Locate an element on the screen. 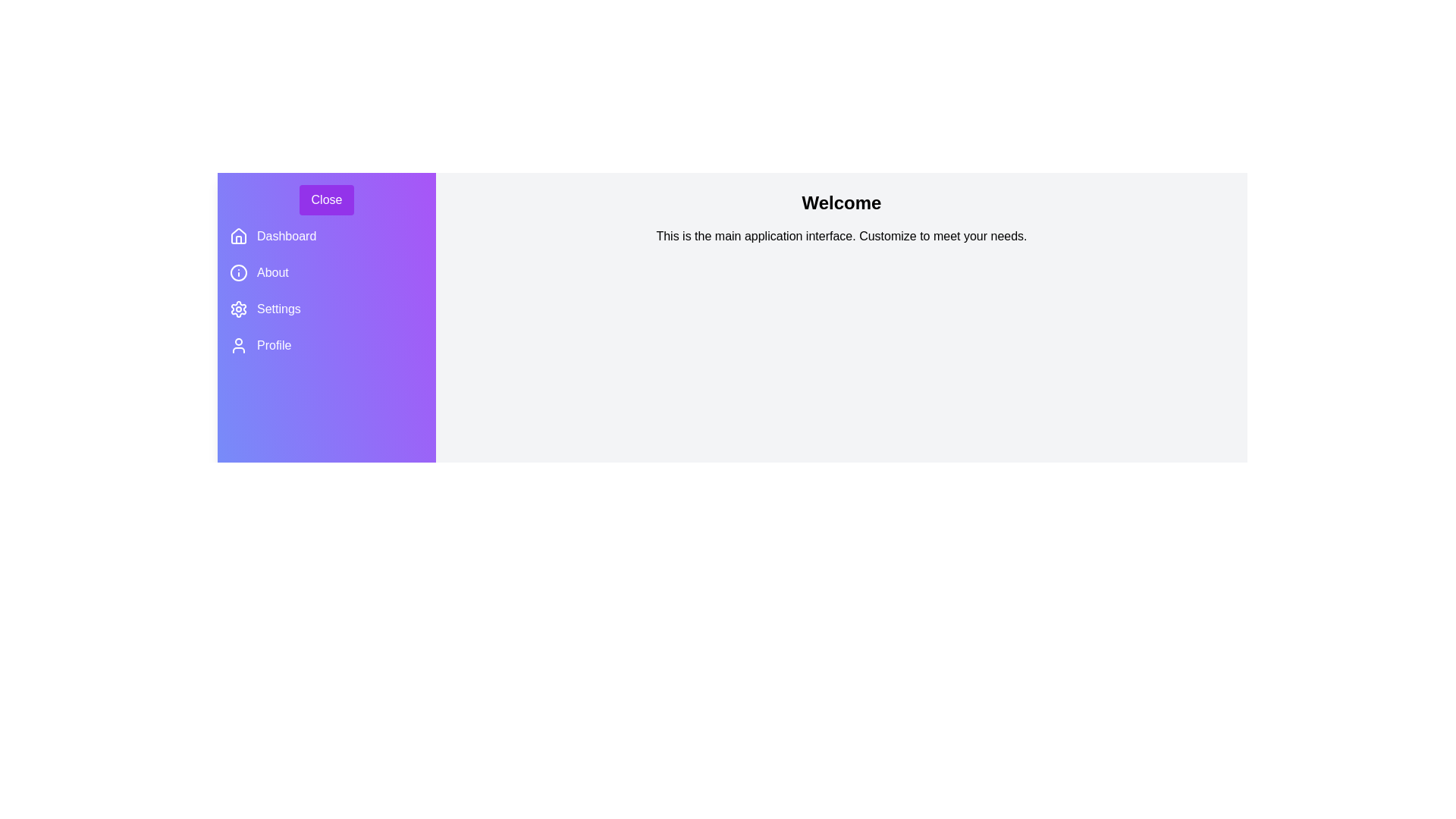 The image size is (1456, 819). 'Close' button at the top of the drawer to toggle its state is located at coordinates (326, 199).